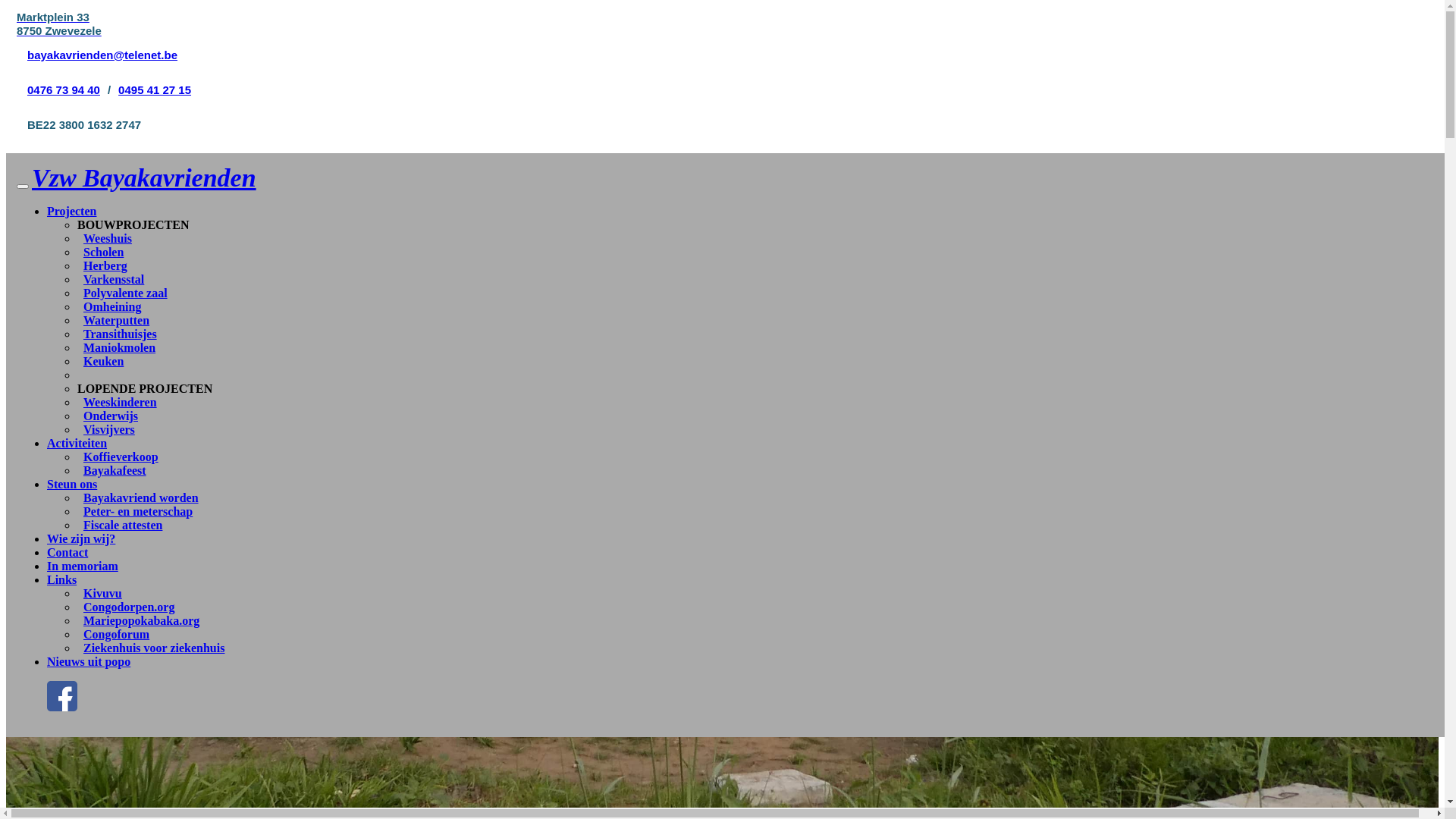 The image size is (1456, 819). What do you see at coordinates (107, 416) in the screenshot?
I see `'Onderwijs'` at bounding box center [107, 416].